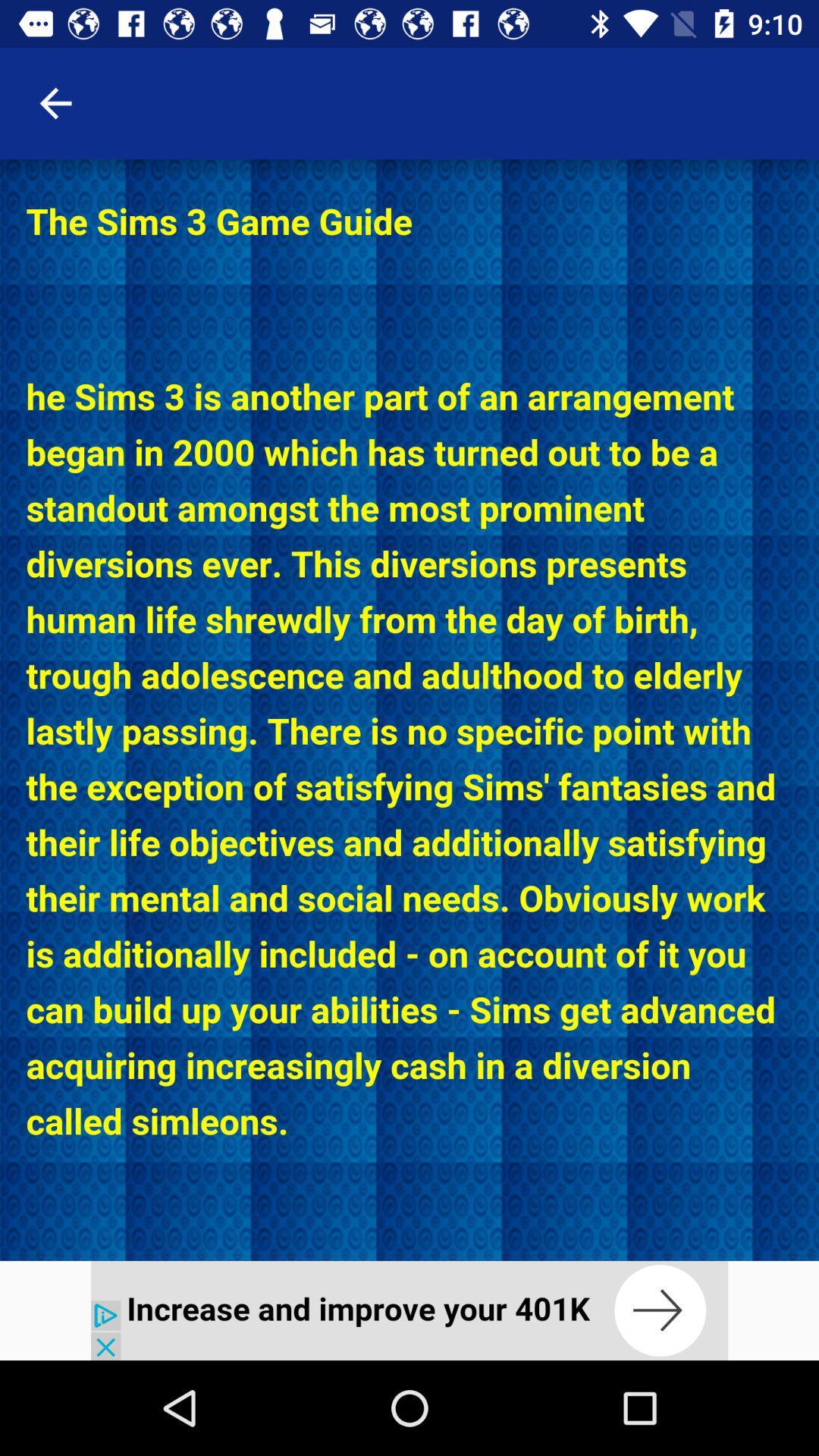 This screenshot has width=819, height=1456. Describe the element at coordinates (409, 1310) in the screenshot. I see `interact with advertisement` at that location.